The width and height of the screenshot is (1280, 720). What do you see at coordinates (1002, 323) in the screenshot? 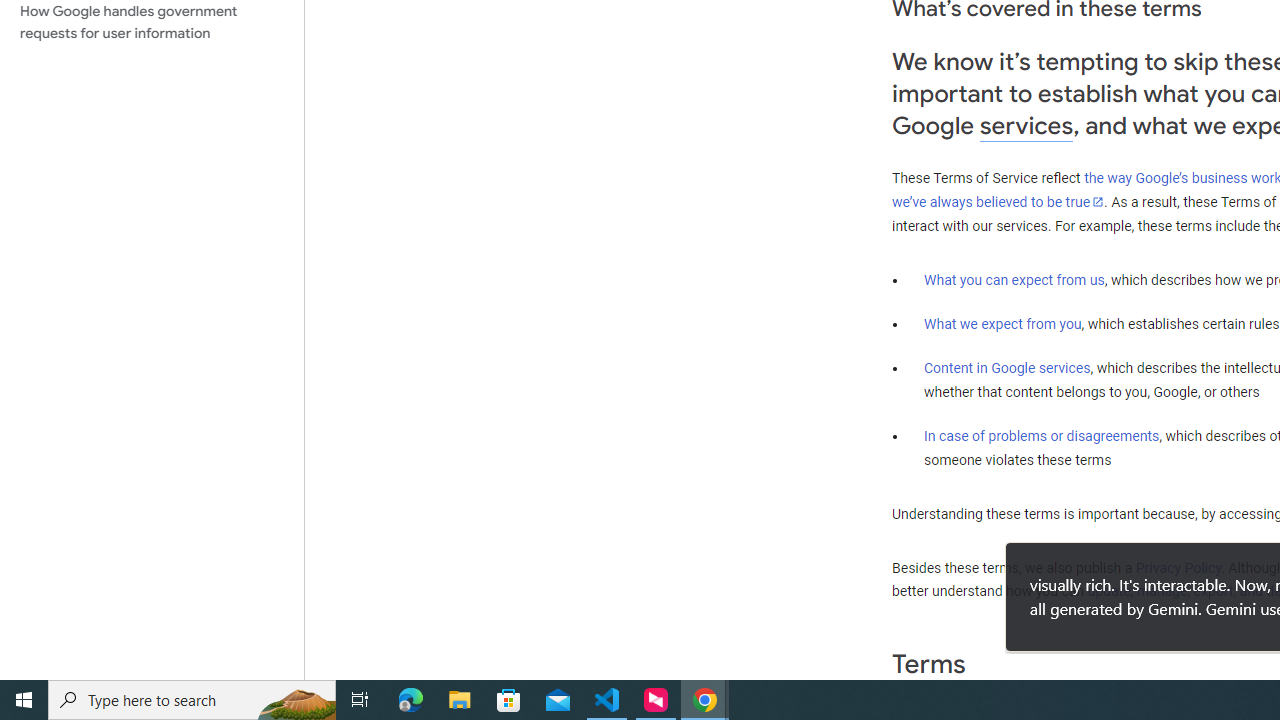
I see `'What we expect from you'` at bounding box center [1002, 323].